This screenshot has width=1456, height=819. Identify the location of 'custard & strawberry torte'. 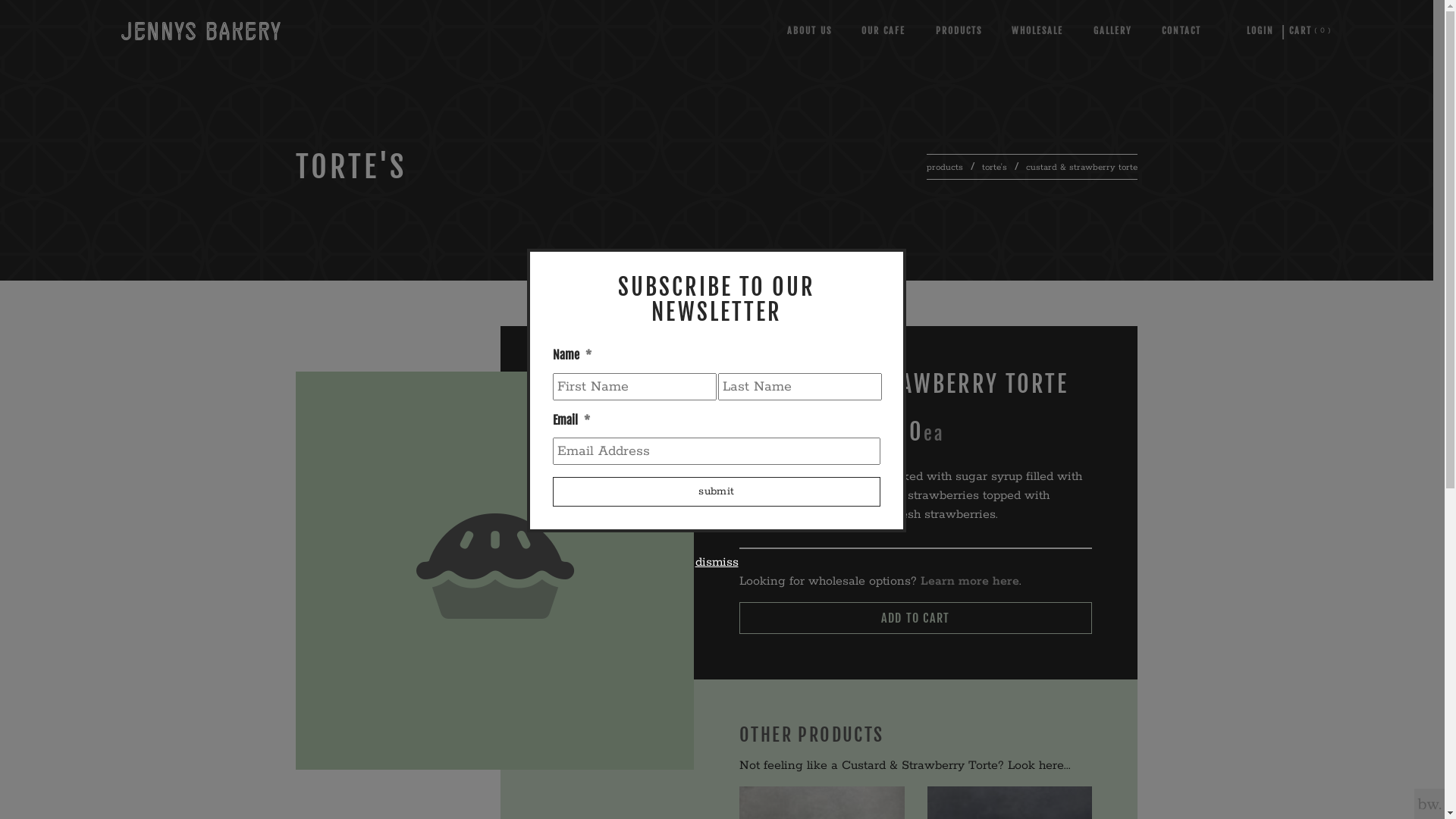
(1081, 167).